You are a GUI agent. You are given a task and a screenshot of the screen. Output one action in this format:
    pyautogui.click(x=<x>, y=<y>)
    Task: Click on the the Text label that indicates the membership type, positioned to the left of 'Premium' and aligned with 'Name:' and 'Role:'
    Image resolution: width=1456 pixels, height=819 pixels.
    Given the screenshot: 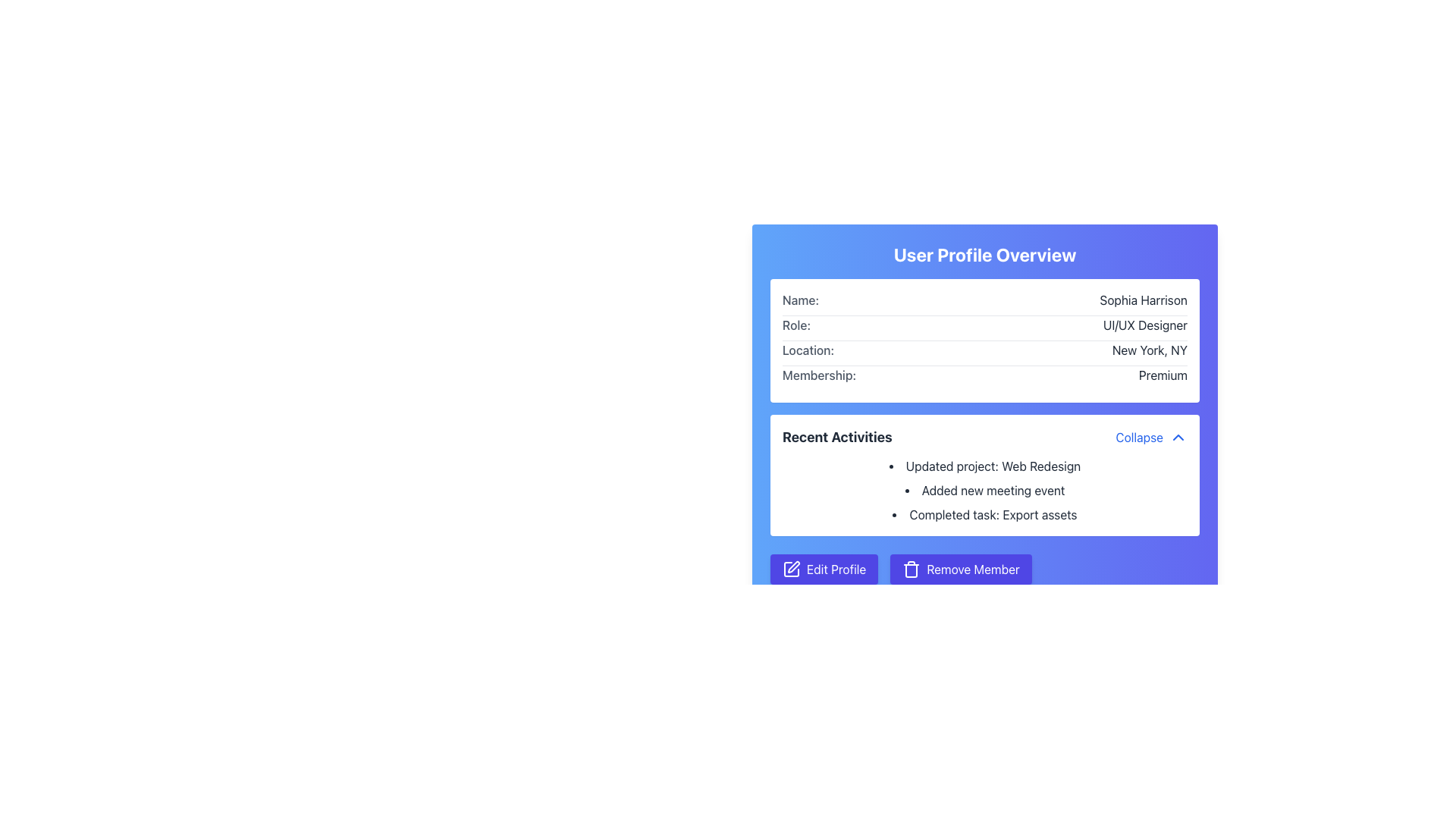 What is the action you would take?
    pyautogui.click(x=818, y=375)
    